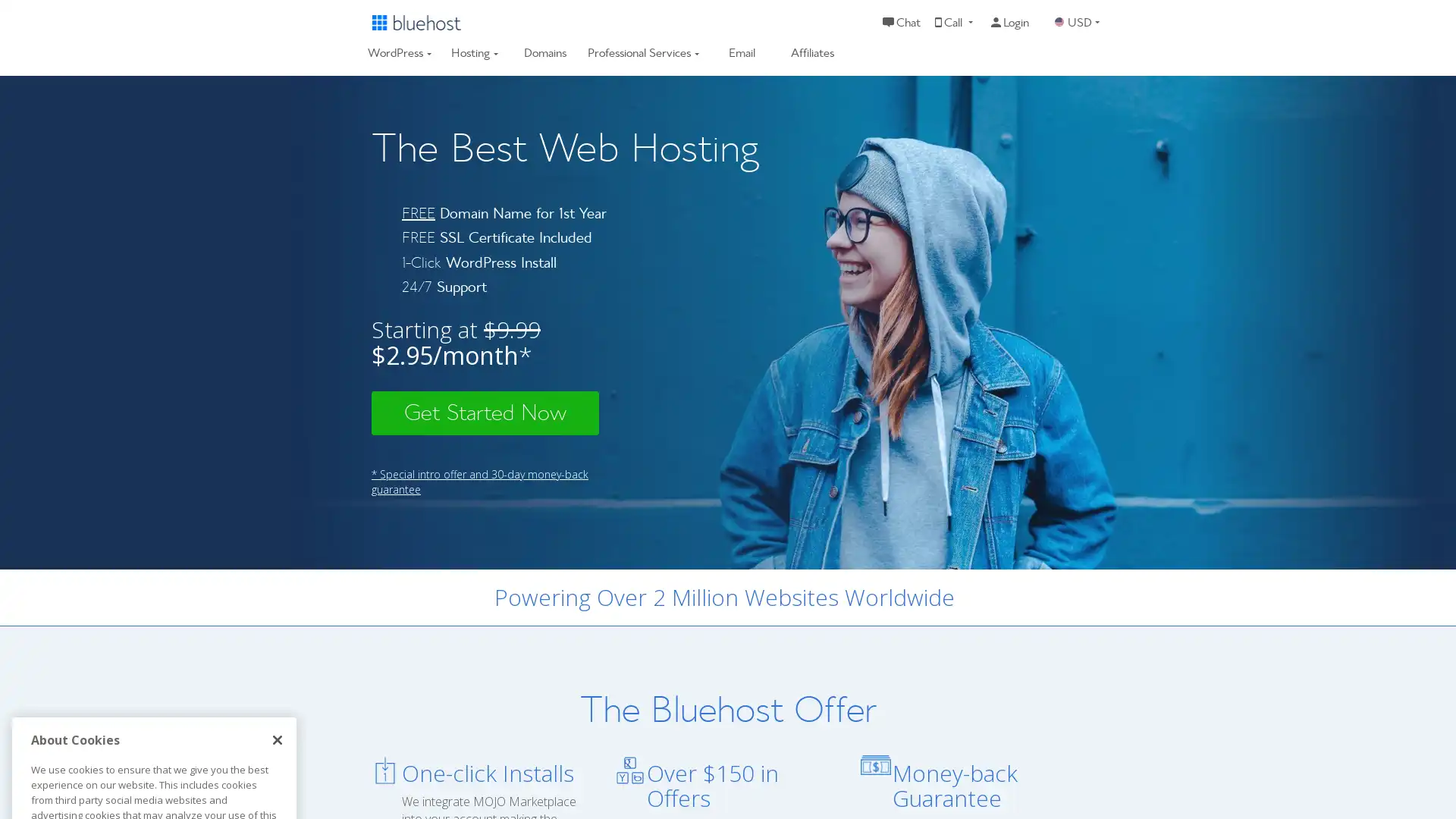 The height and width of the screenshot is (819, 1456). Describe the element at coordinates (277, 579) in the screenshot. I see `Close` at that location.